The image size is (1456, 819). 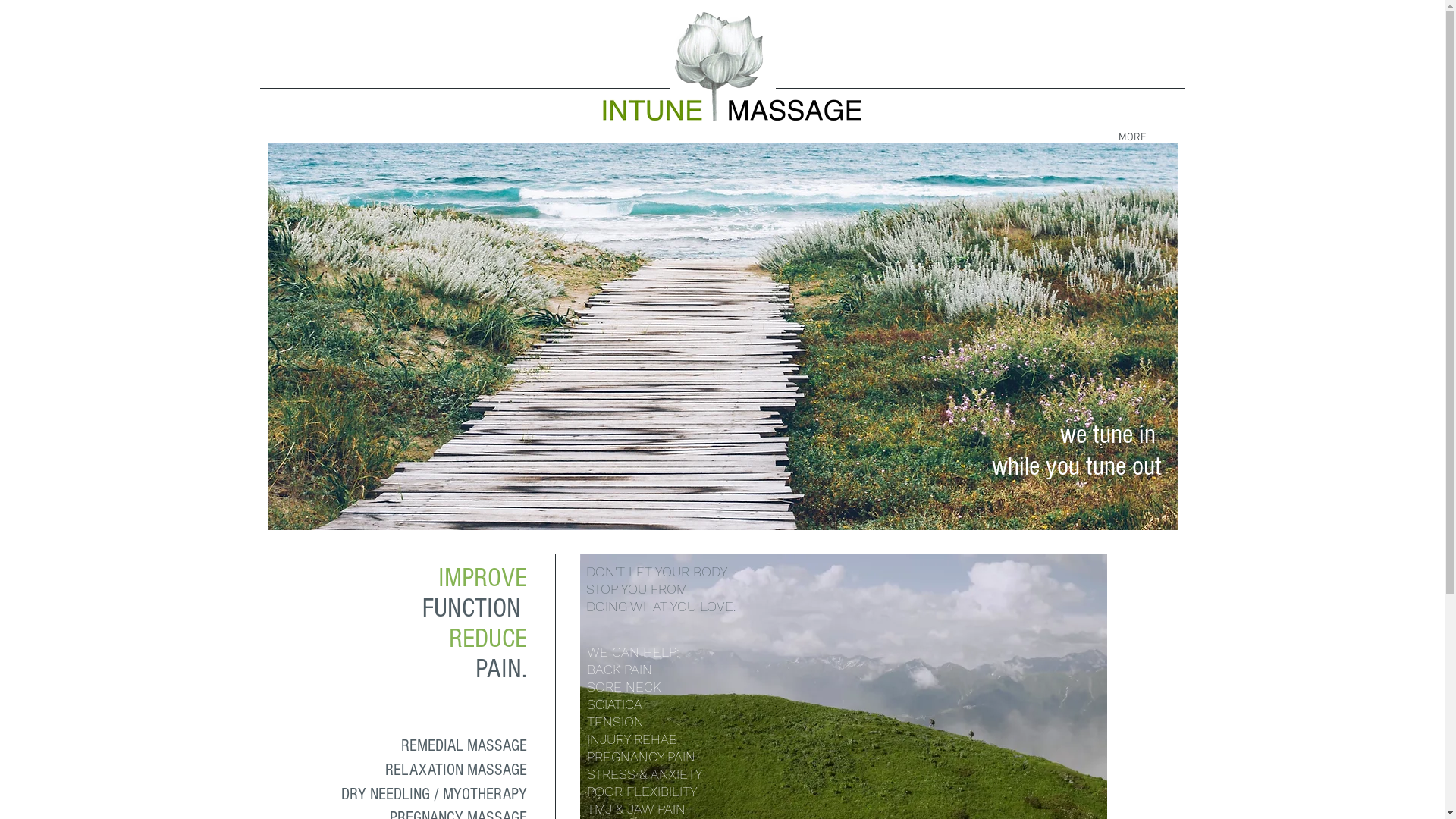 What do you see at coordinates (1124, 465) in the screenshot?
I see `'tune out'` at bounding box center [1124, 465].